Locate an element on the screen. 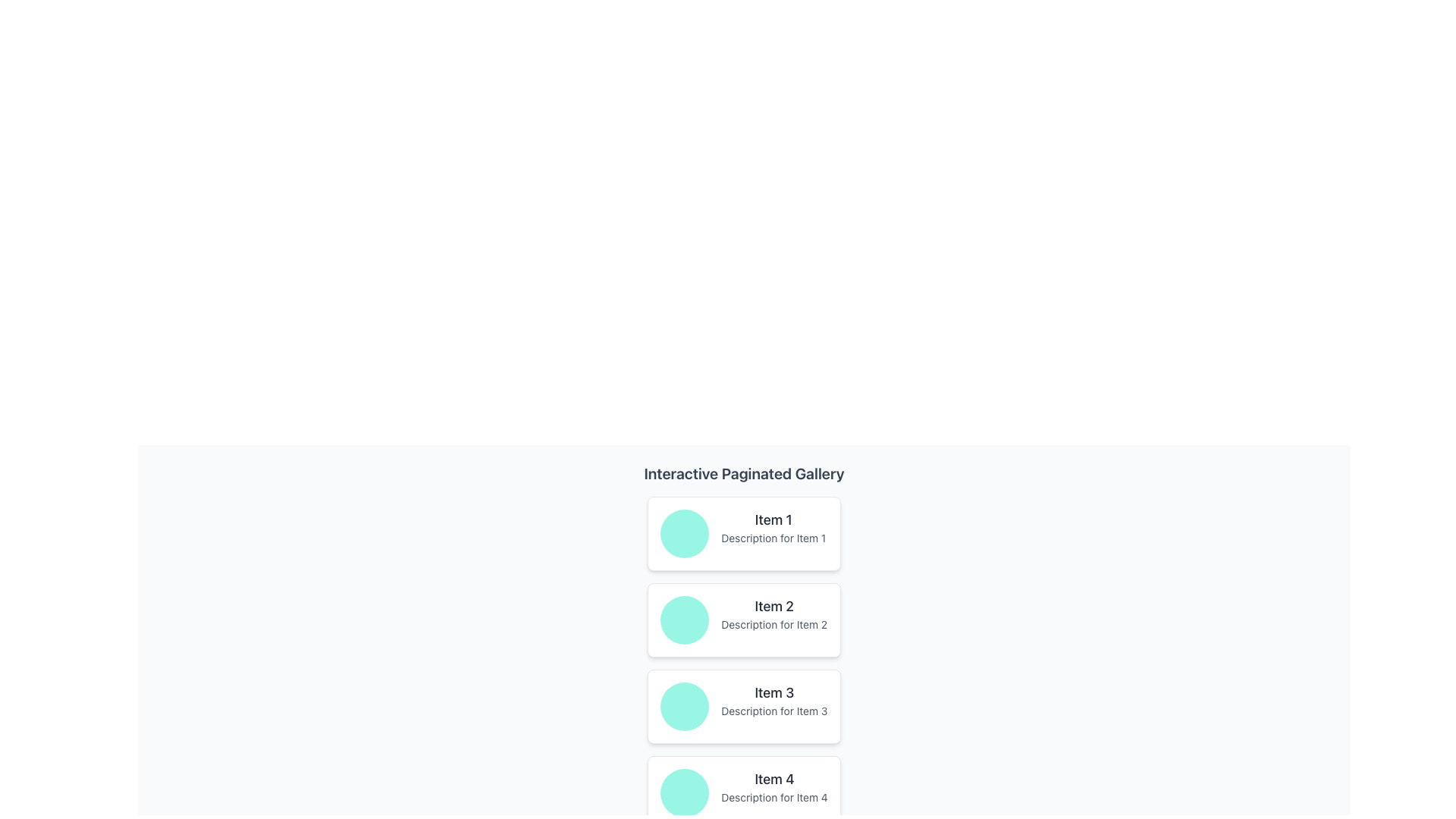  text content of the component displaying 'Description for Item 3' which is a small, gray text aligned below the title 'Item 3' in a card-like structure is located at coordinates (774, 711).